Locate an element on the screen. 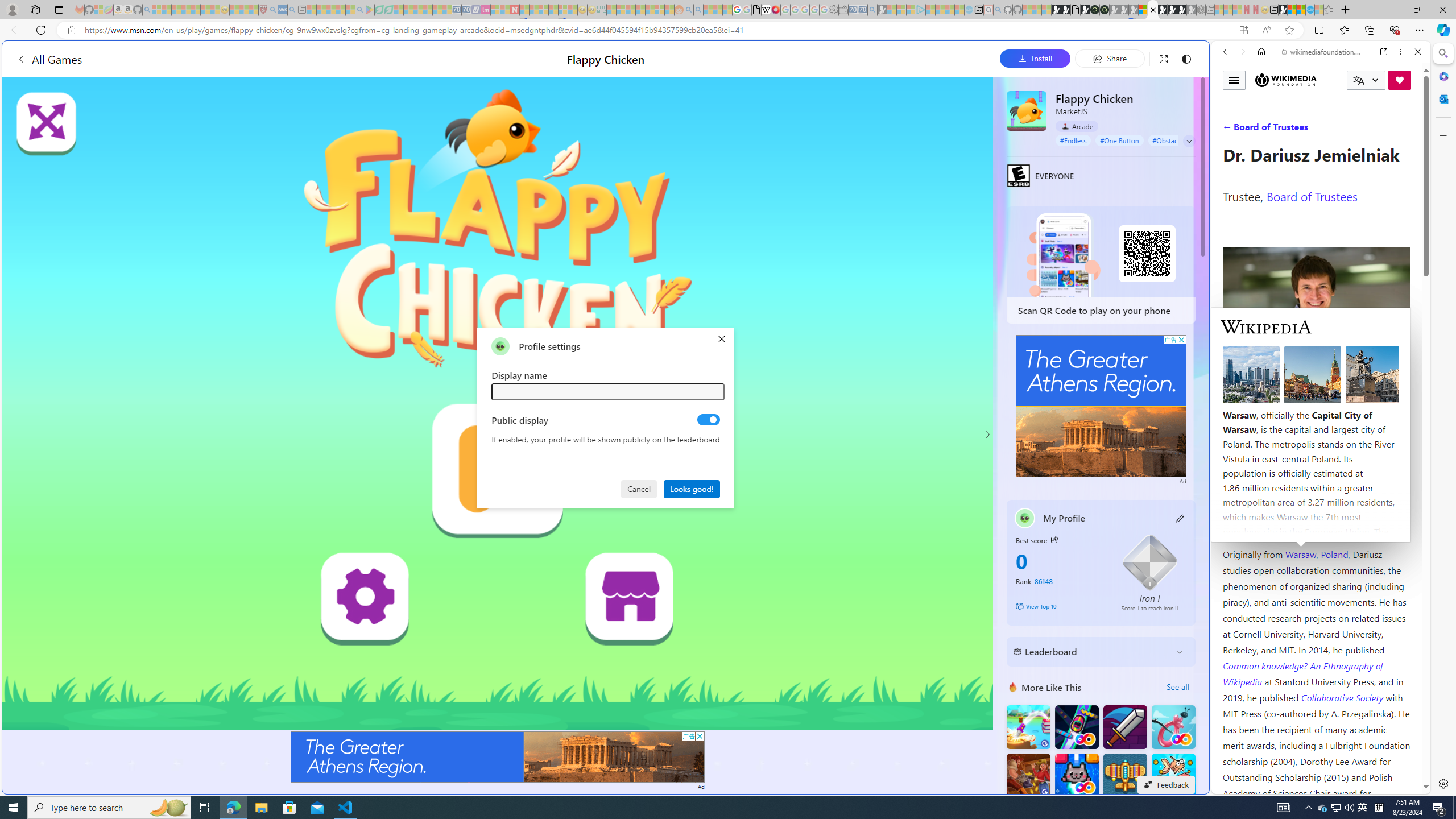  'Knife Flip' is located at coordinates (1028, 727).